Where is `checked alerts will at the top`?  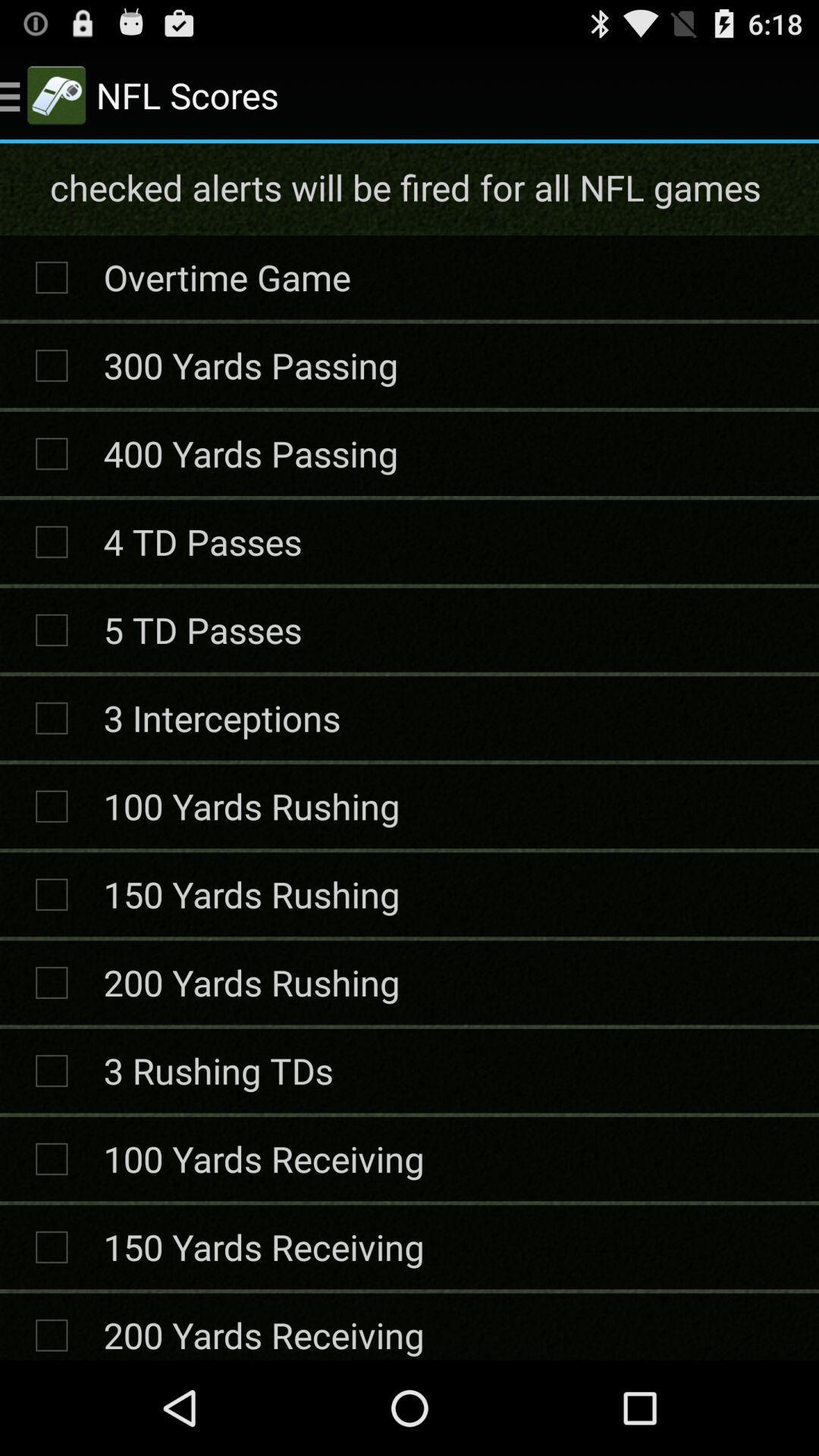 checked alerts will at the top is located at coordinates (407, 187).